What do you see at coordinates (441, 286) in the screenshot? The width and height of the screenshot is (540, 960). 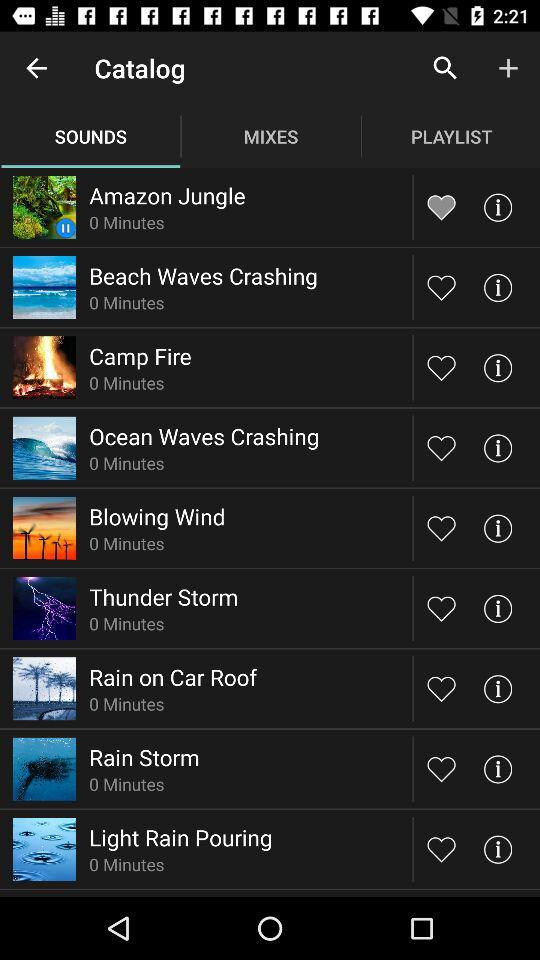 I see `button` at bounding box center [441, 286].